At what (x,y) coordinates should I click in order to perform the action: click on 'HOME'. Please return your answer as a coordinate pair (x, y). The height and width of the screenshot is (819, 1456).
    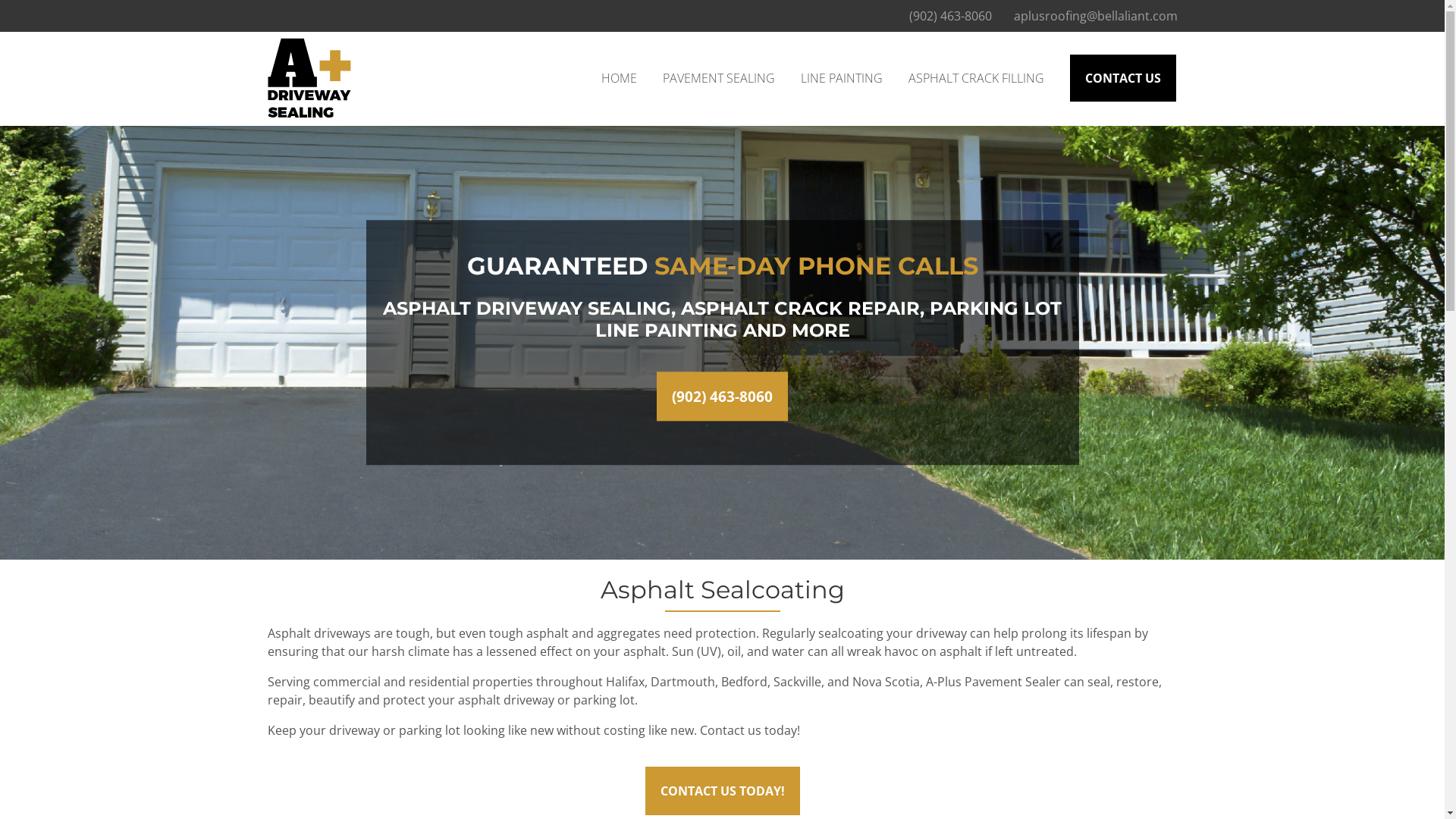
    Looking at the image, I should click on (618, 78).